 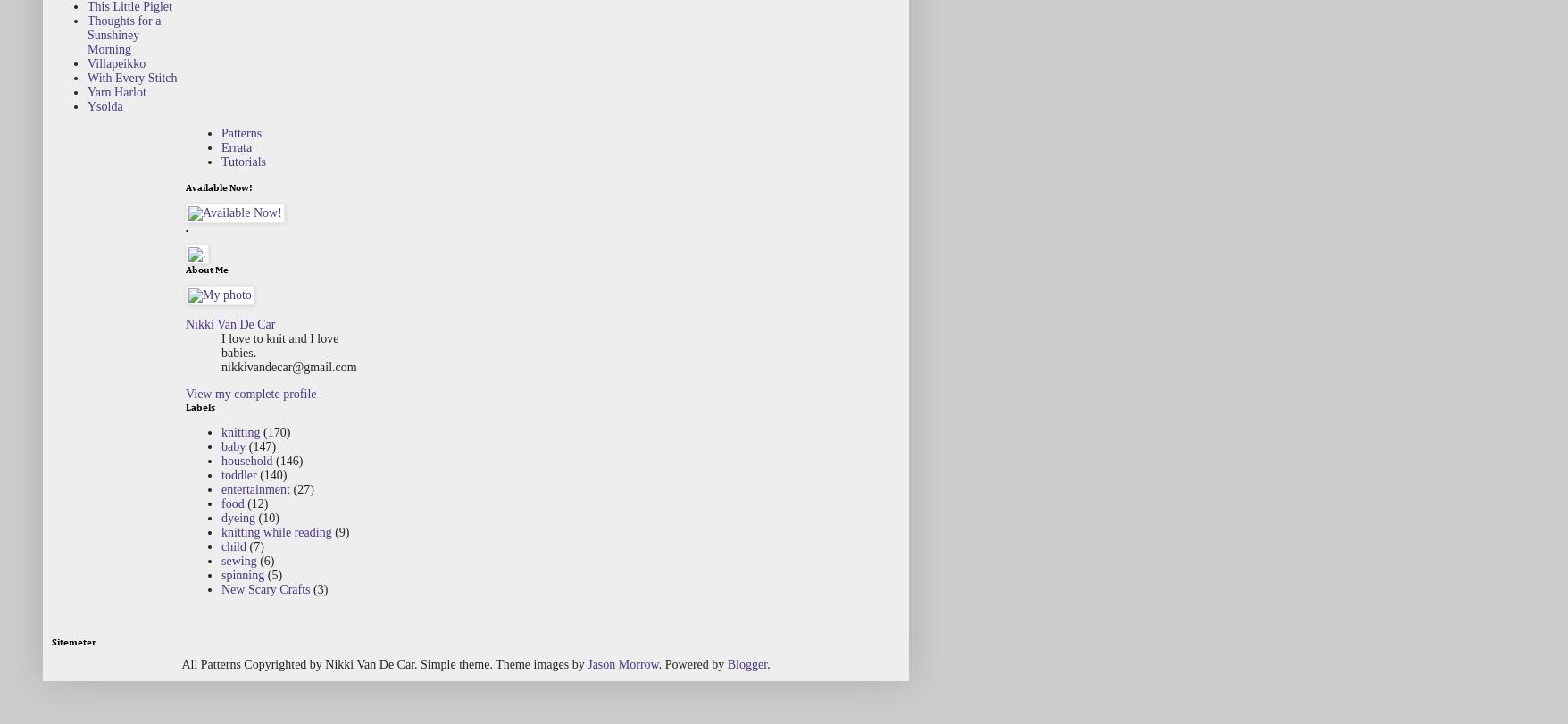 I want to click on '(27)', so click(x=302, y=487).